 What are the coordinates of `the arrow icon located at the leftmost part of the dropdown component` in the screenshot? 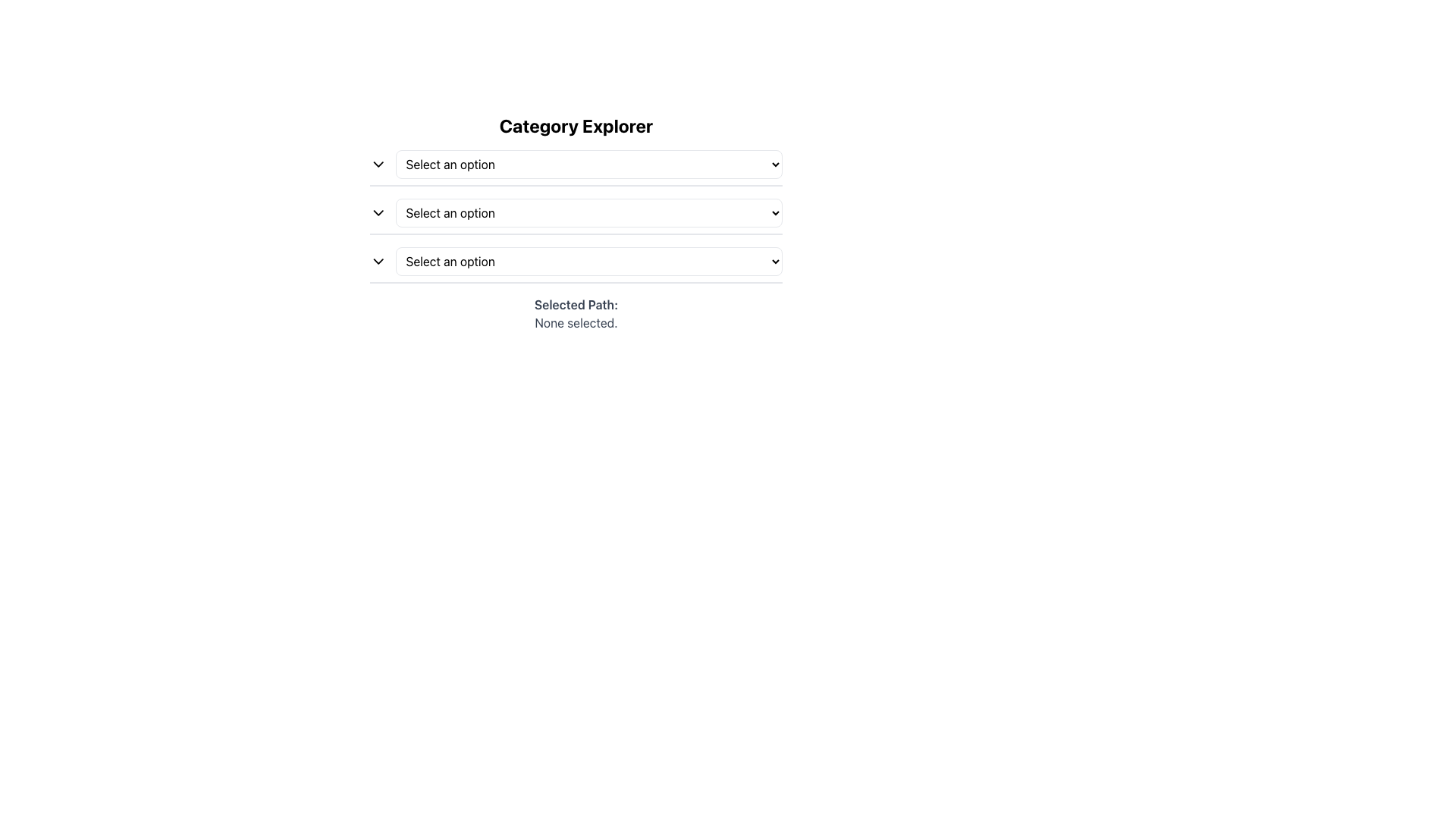 It's located at (378, 164).